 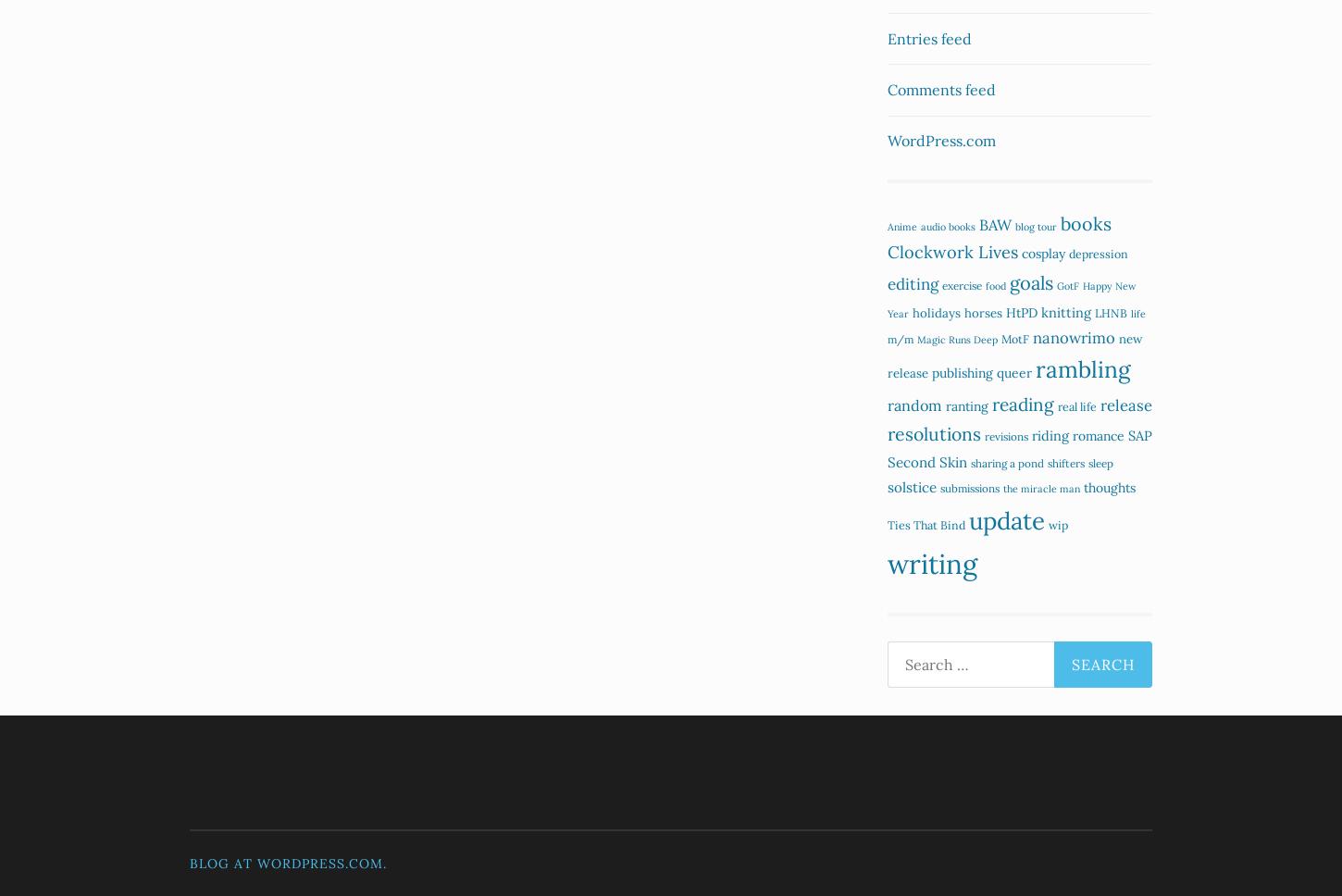 I want to click on 'reading', so click(x=1022, y=403).